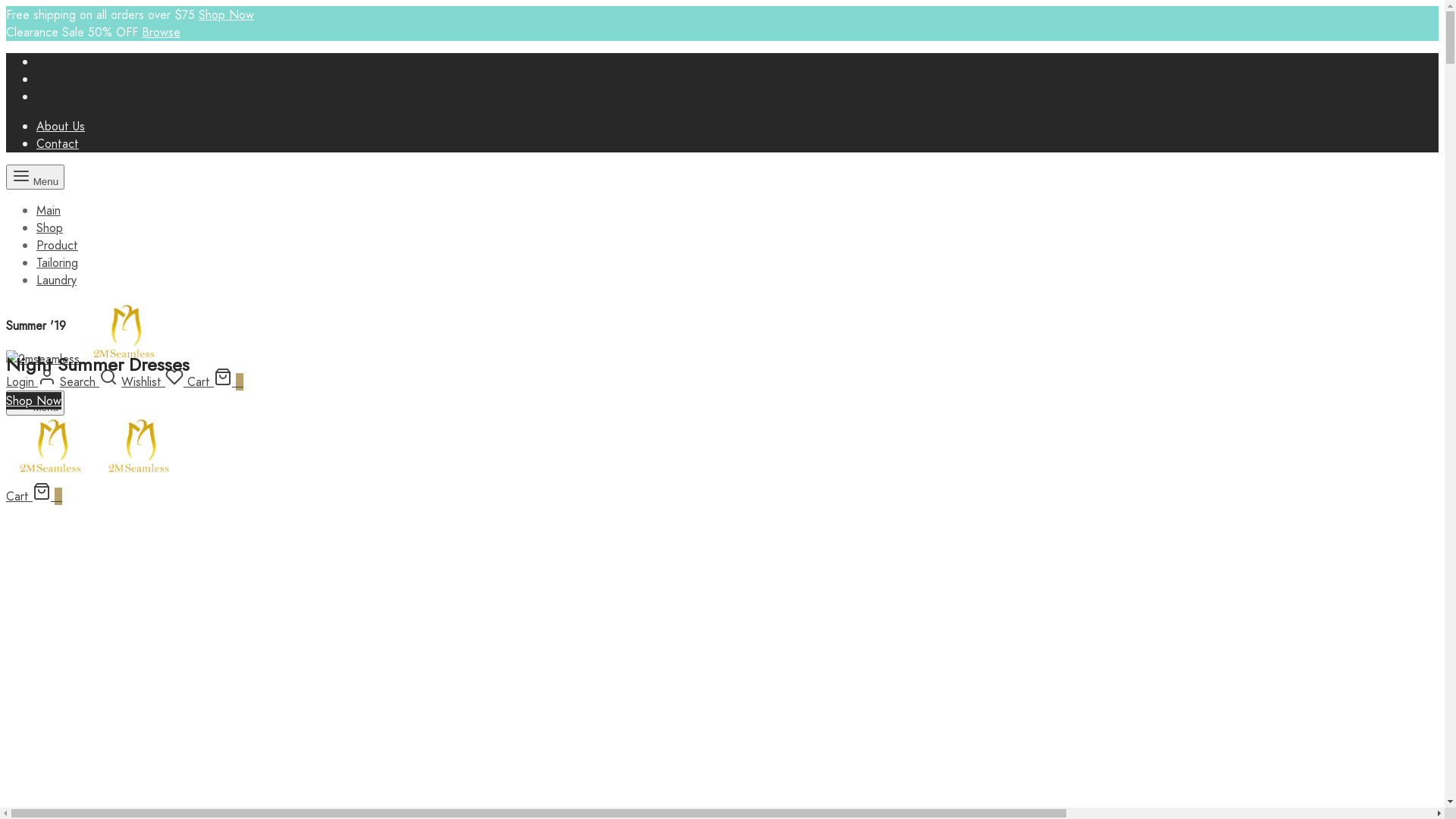 The height and width of the screenshot is (819, 1456). I want to click on 'Contact', so click(58, 143).